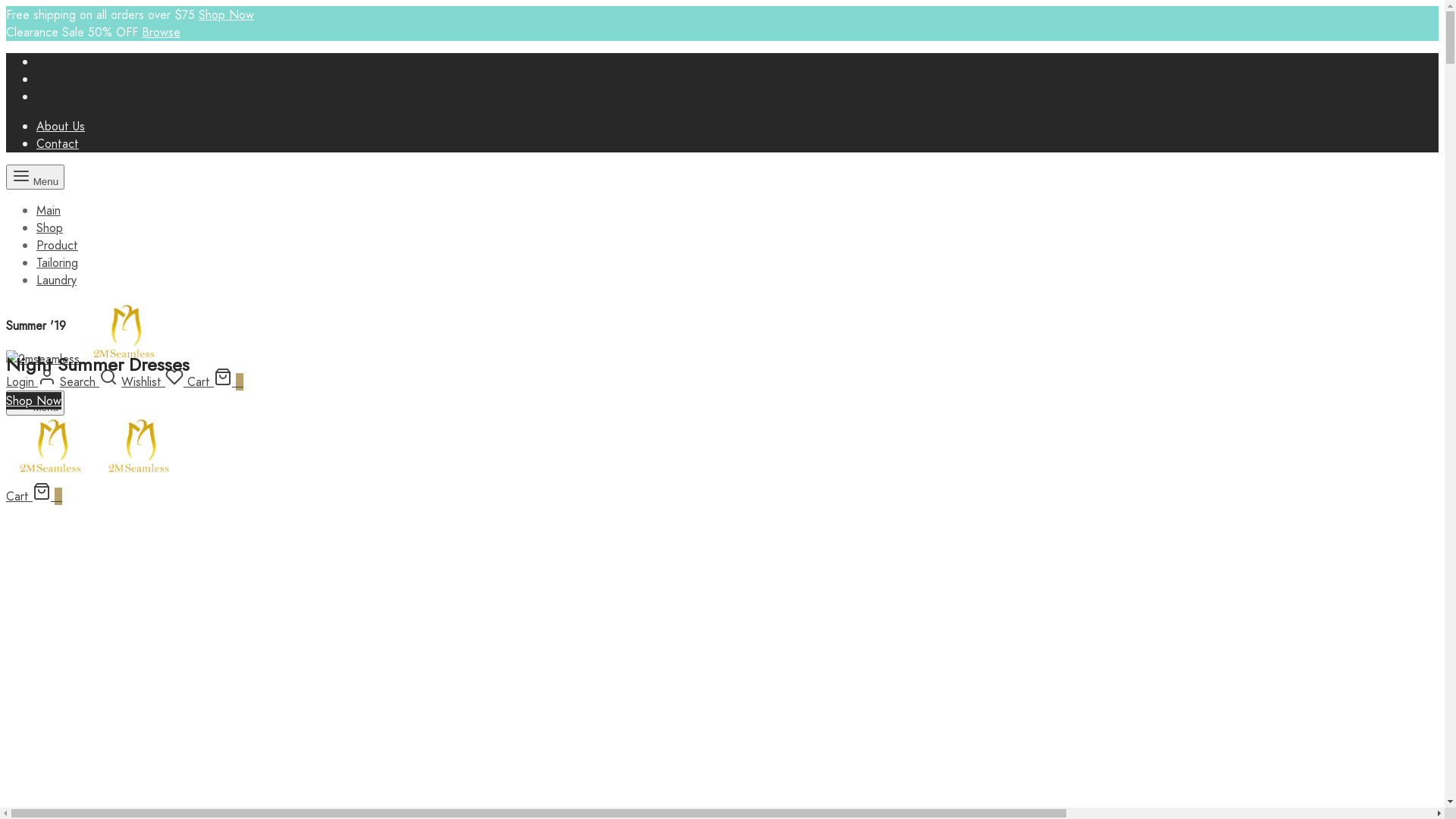 The height and width of the screenshot is (819, 1456). I want to click on 'Contact', so click(58, 143).